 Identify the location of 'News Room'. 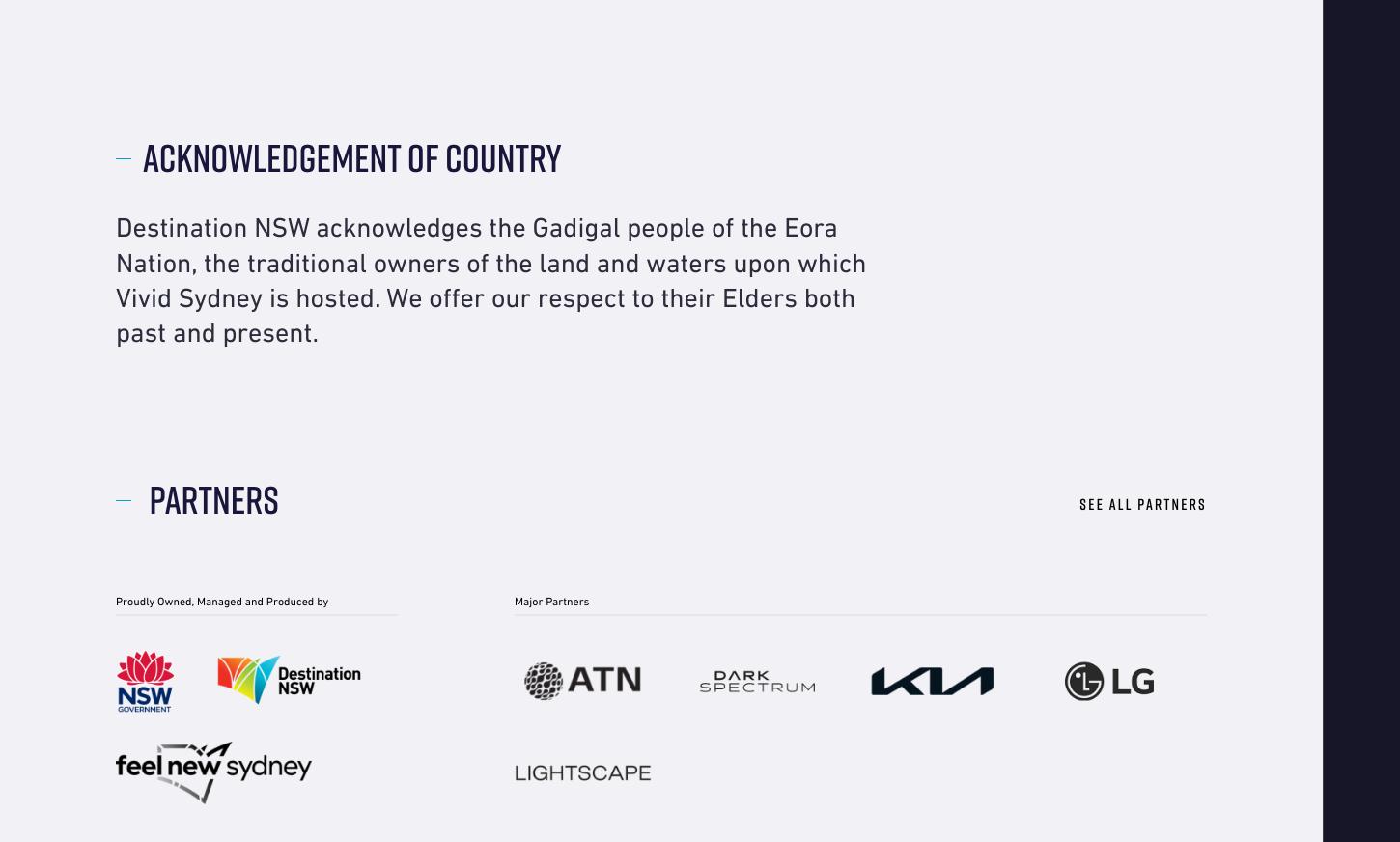
(331, 23).